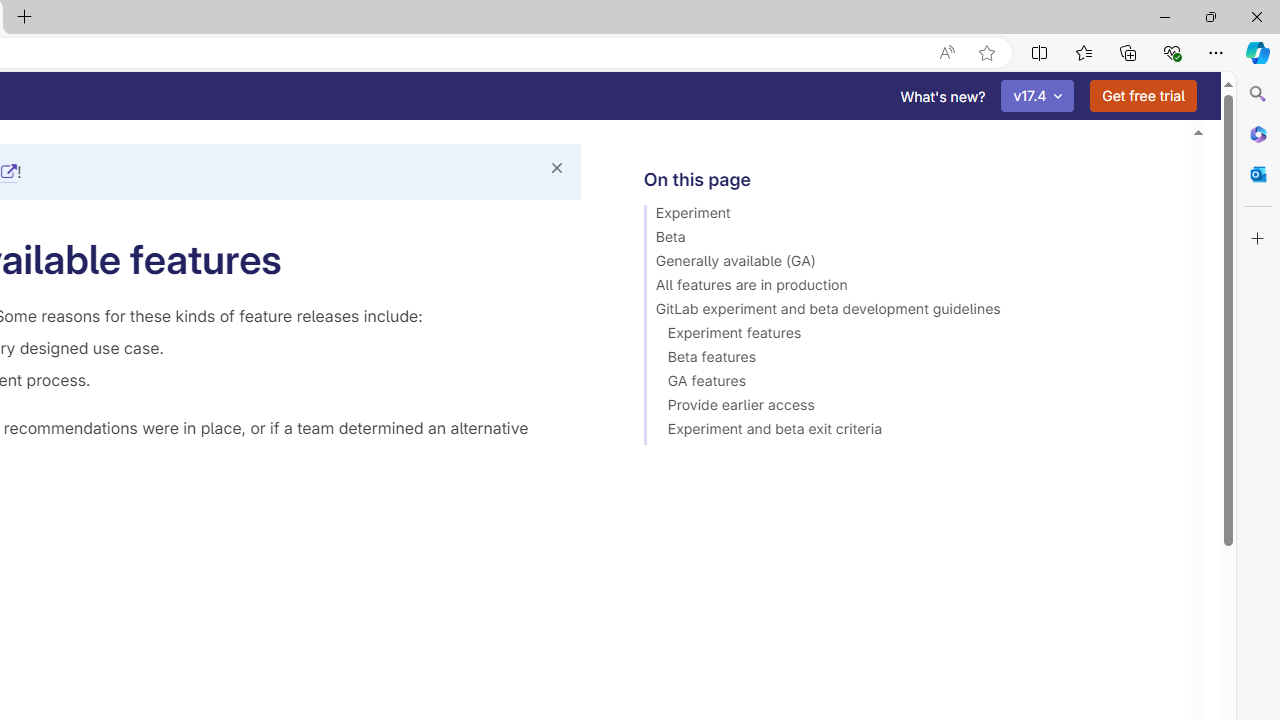  What do you see at coordinates (907, 263) in the screenshot?
I see `'Generally available (GA)'` at bounding box center [907, 263].